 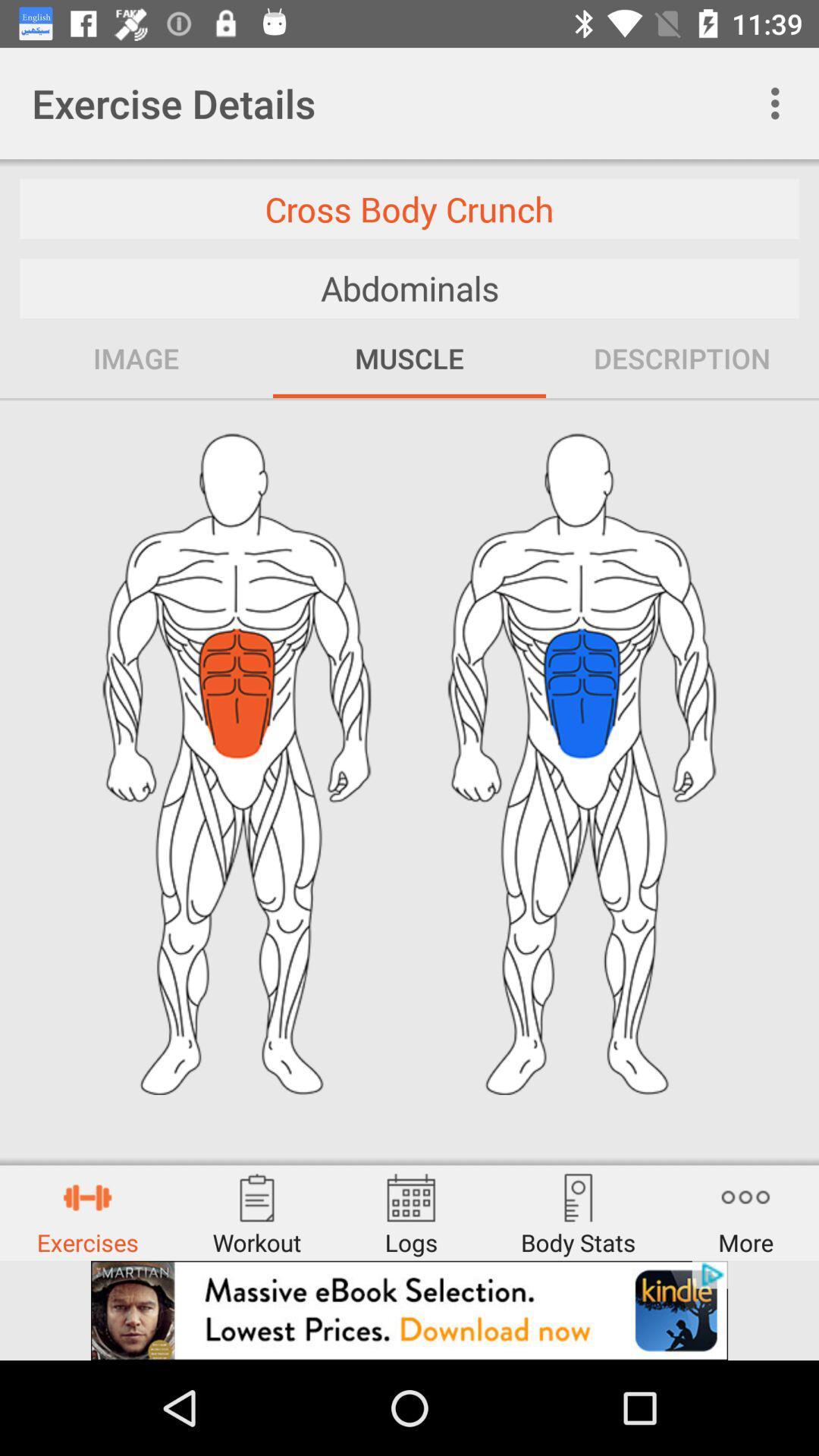 What do you see at coordinates (409, 1310) in the screenshot?
I see `open advertisements` at bounding box center [409, 1310].